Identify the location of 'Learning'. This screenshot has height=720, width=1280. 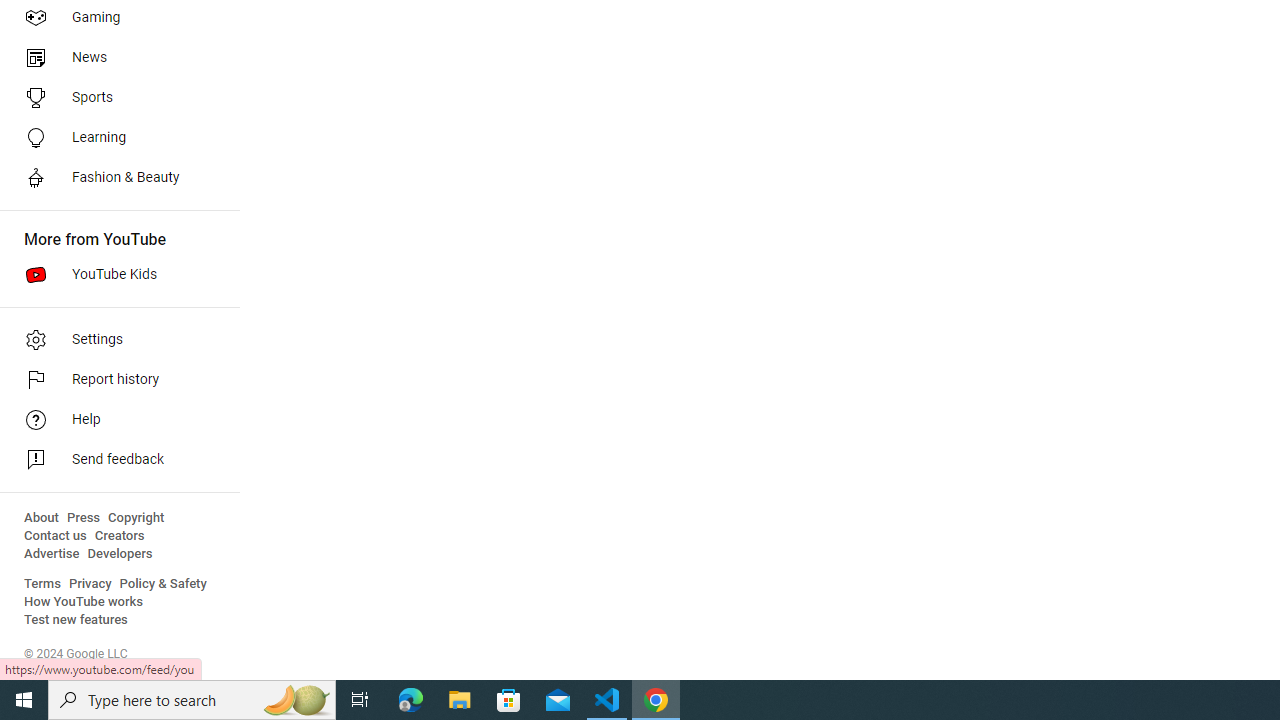
(112, 136).